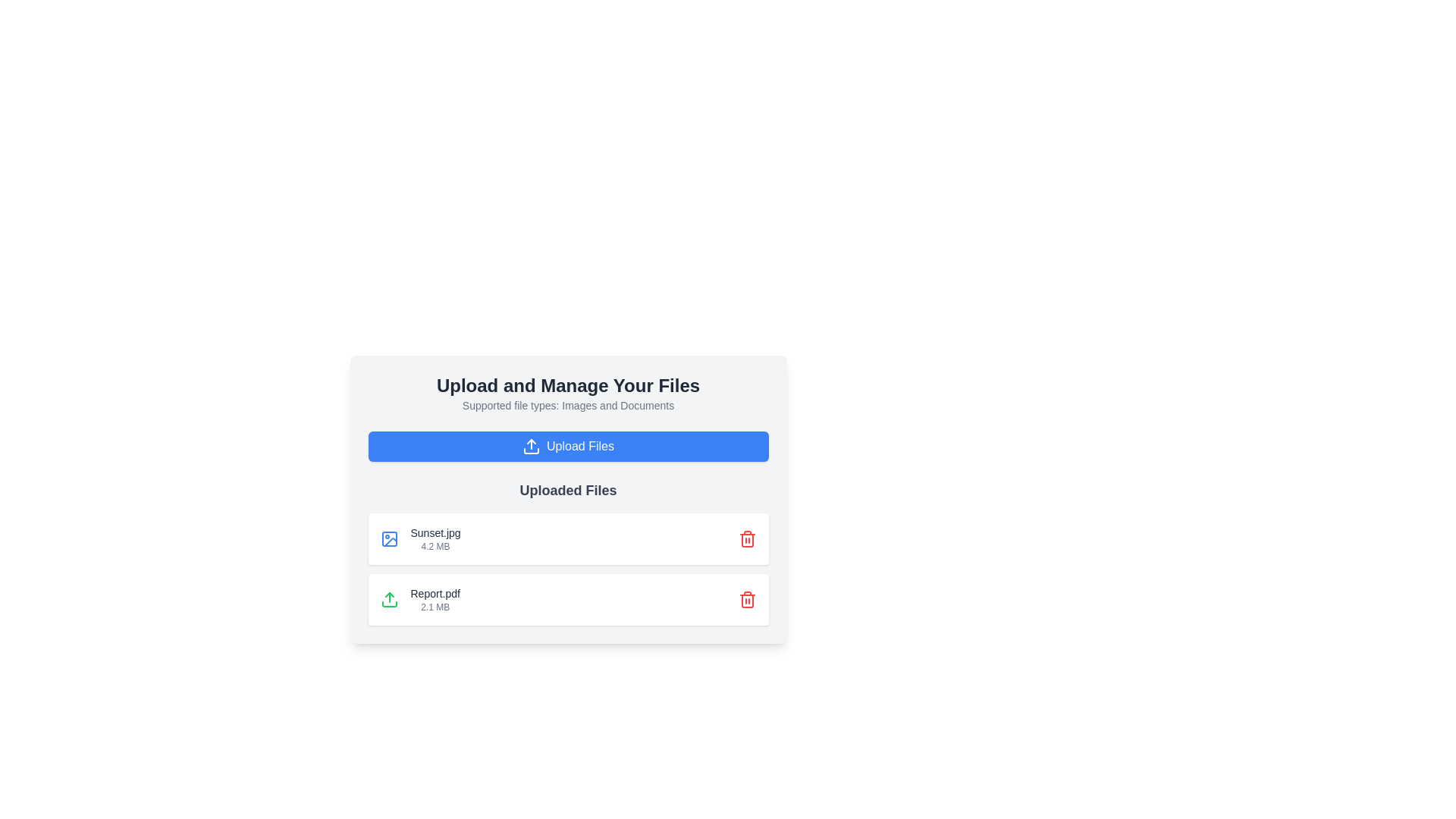  Describe the element at coordinates (567, 405) in the screenshot. I see `the static text label that informs users about acceptable file types for upload, located between the header 'Upload and Manage Your Files' and the blue button 'Upload Files'` at that location.